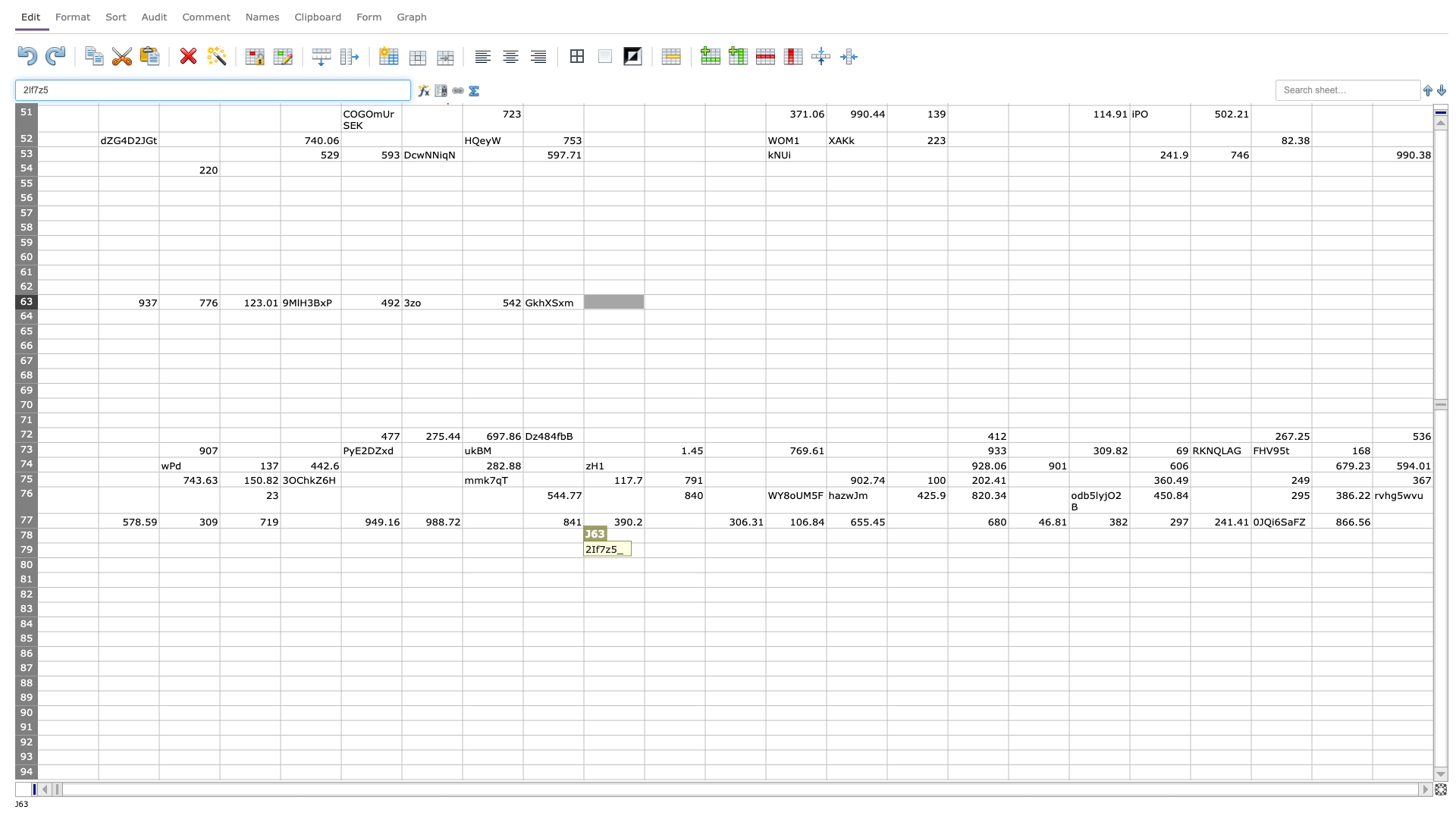 This screenshot has height=819, width=1456. Describe the element at coordinates (704, 542) in the screenshot. I see `top left corner of L79` at that location.